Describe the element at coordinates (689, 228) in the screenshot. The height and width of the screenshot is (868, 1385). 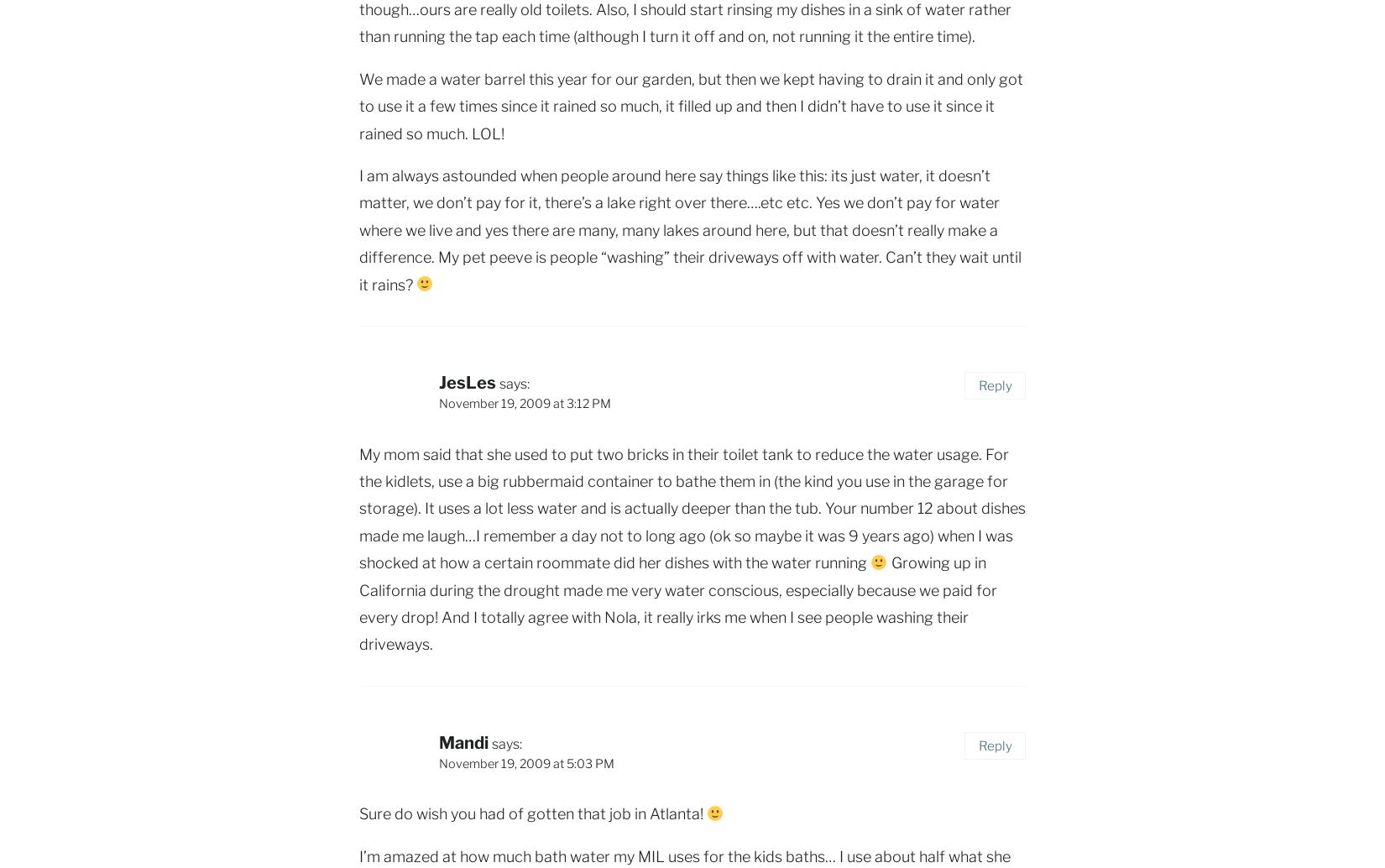
I see `'I am always astounded when people around here say things like this: its just water, it doesn’t matter, we don’t pay for it, there’s a lake right over there….etc etc. Yes we don’t pay for water where we live and yes there are many, many lakes around here, but that doesn’t really make a difference. My pet peeve is people “washing” their driveways off with water. Can’t they wait until it rains?'` at that location.